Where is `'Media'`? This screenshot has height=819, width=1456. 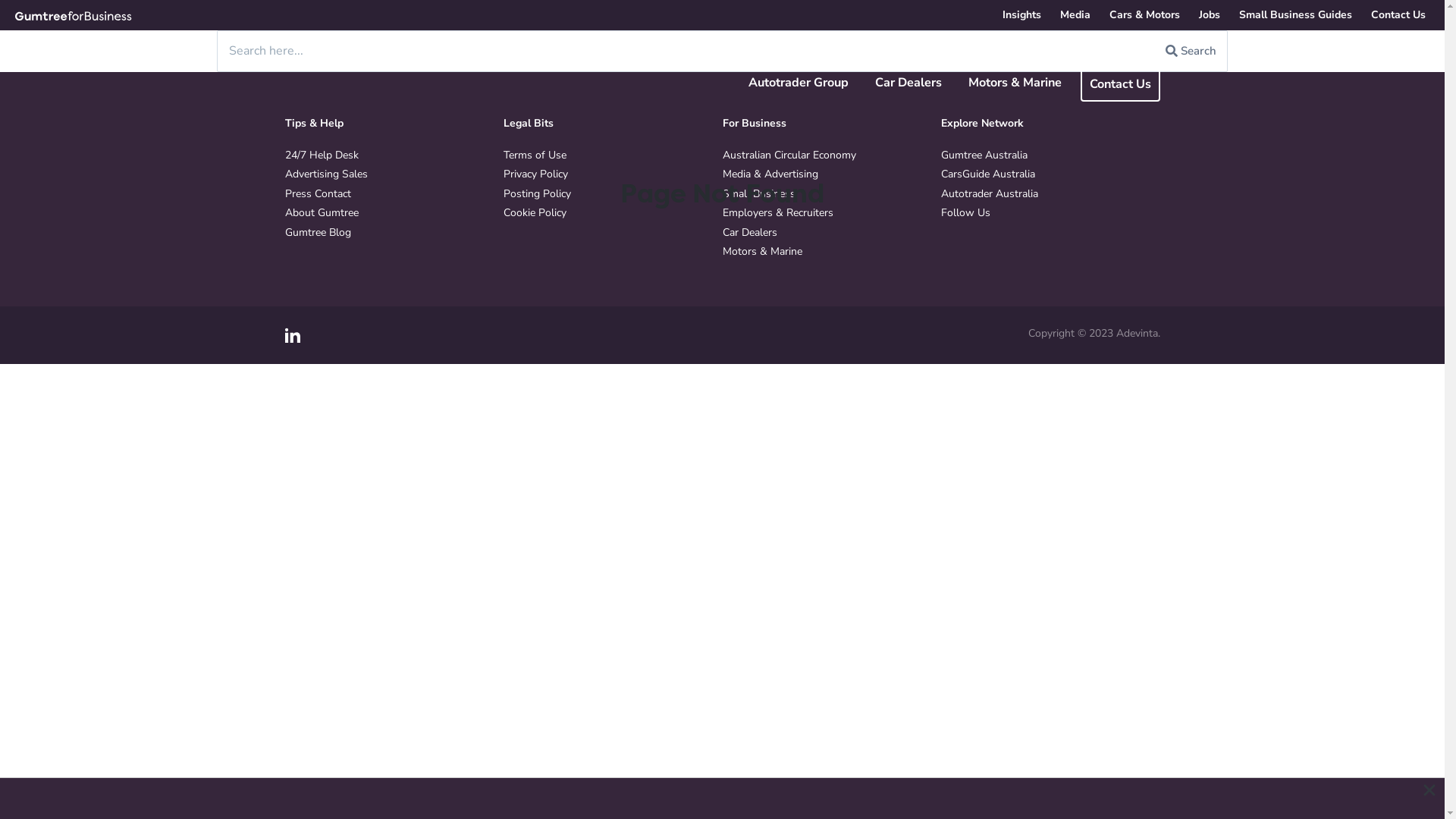
'Media' is located at coordinates (1074, 14).